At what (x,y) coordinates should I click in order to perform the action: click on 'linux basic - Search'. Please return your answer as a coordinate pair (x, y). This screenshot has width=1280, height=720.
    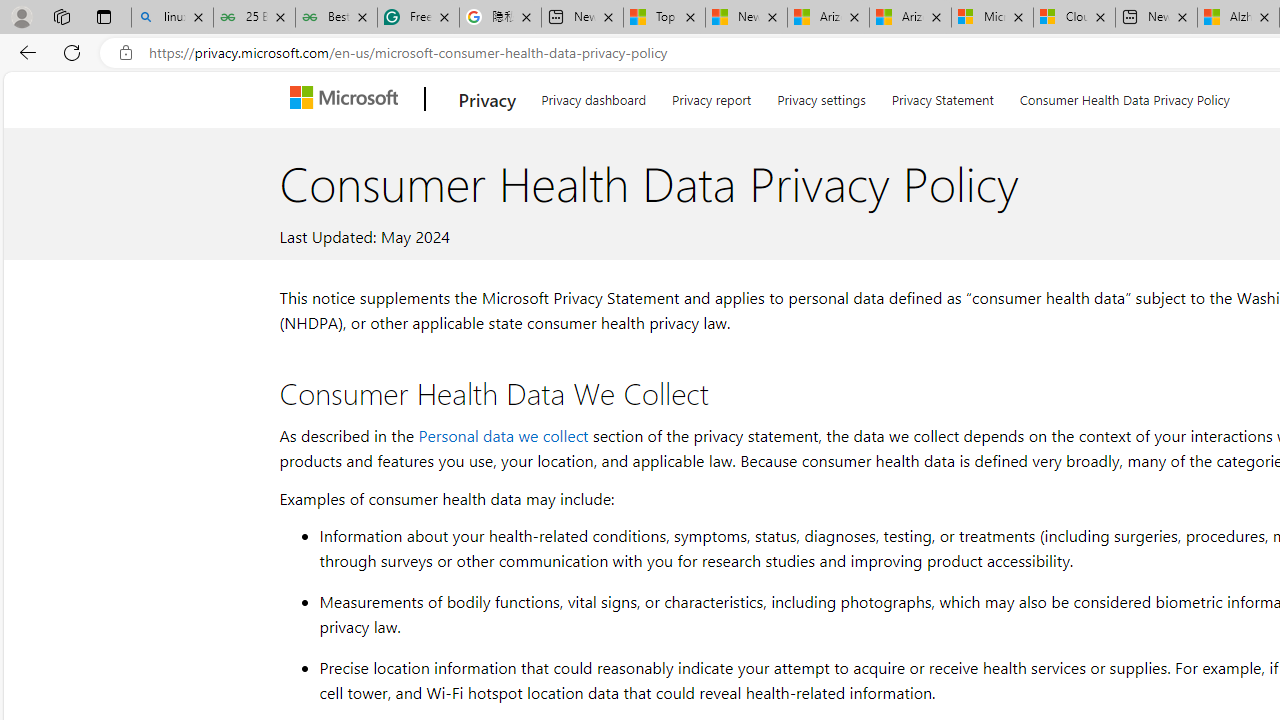
    Looking at the image, I should click on (172, 17).